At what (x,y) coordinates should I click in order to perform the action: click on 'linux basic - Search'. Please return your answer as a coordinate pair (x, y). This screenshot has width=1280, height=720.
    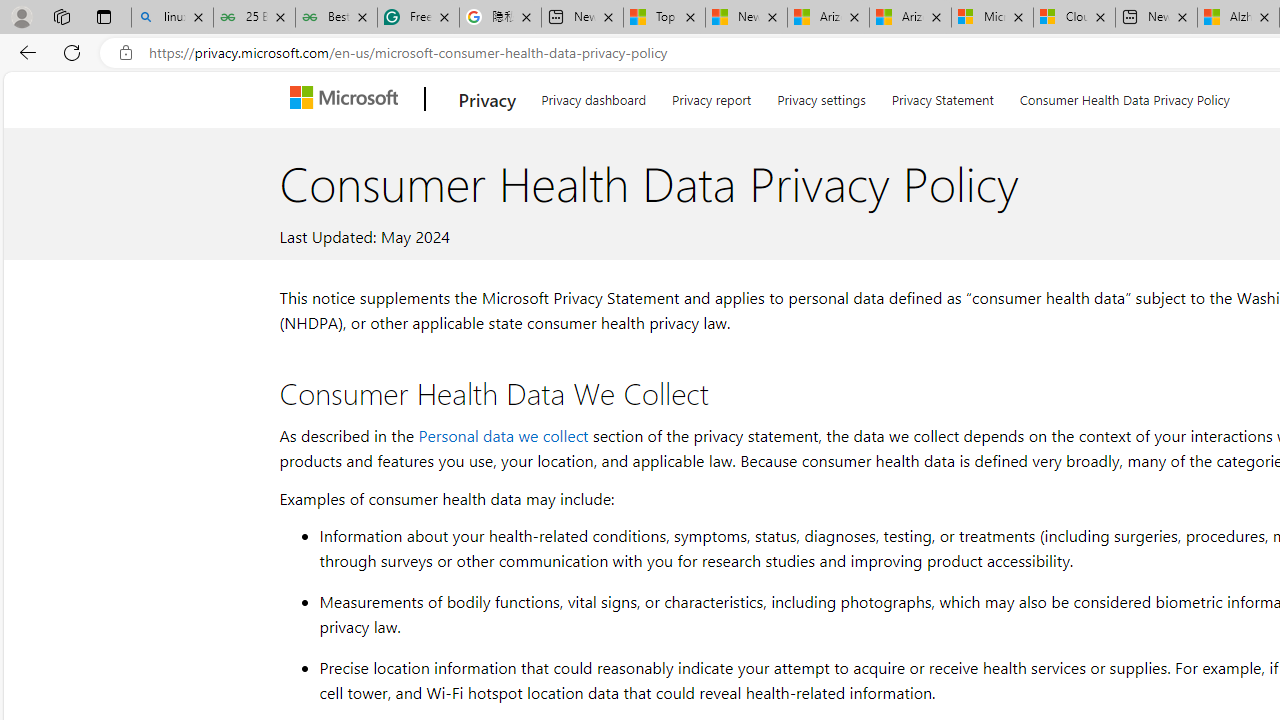
    Looking at the image, I should click on (172, 17).